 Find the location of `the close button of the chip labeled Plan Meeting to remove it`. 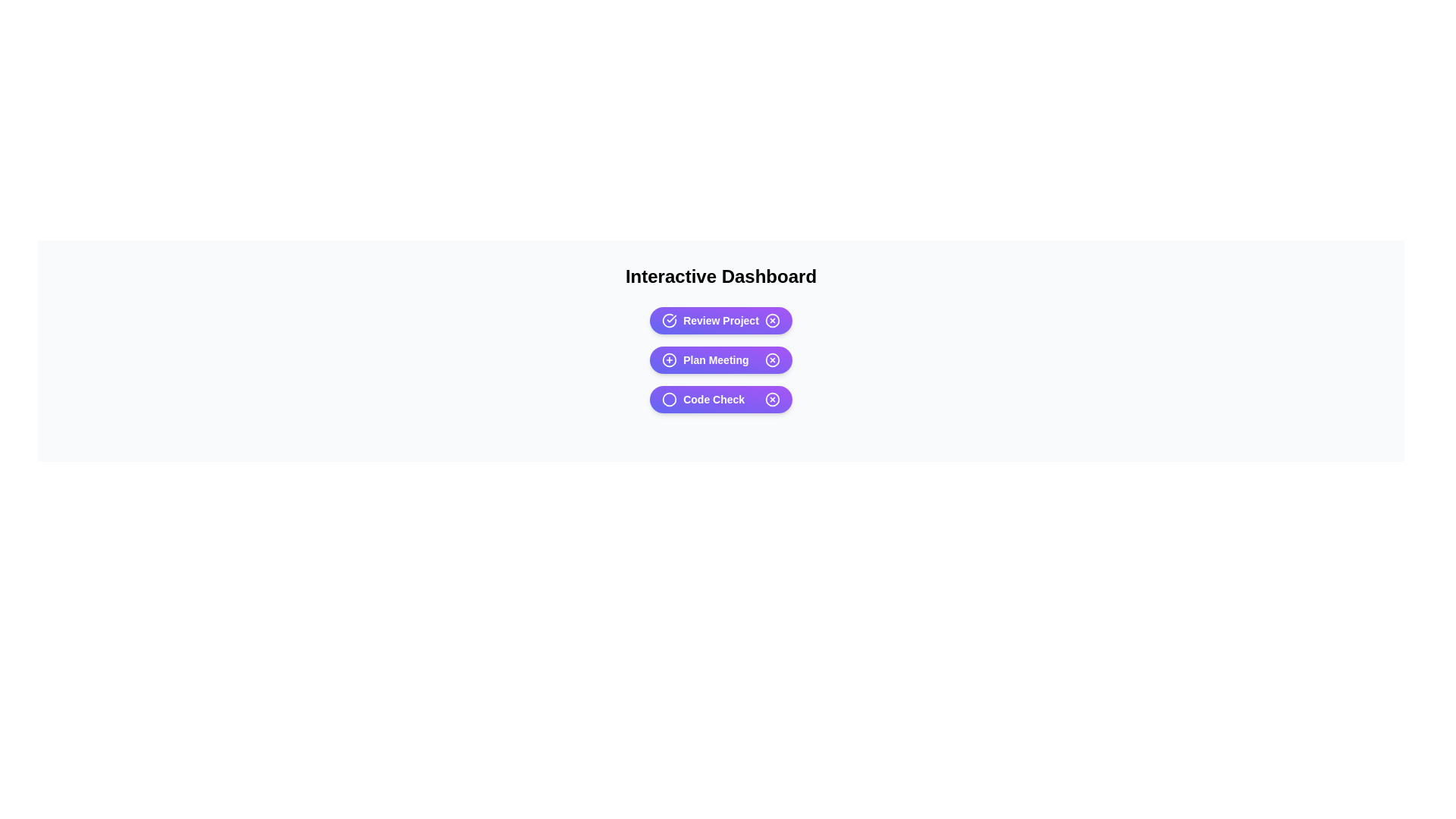

the close button of the chip labeled Plan Meeting to remove it is located at coordinates (772, 359).